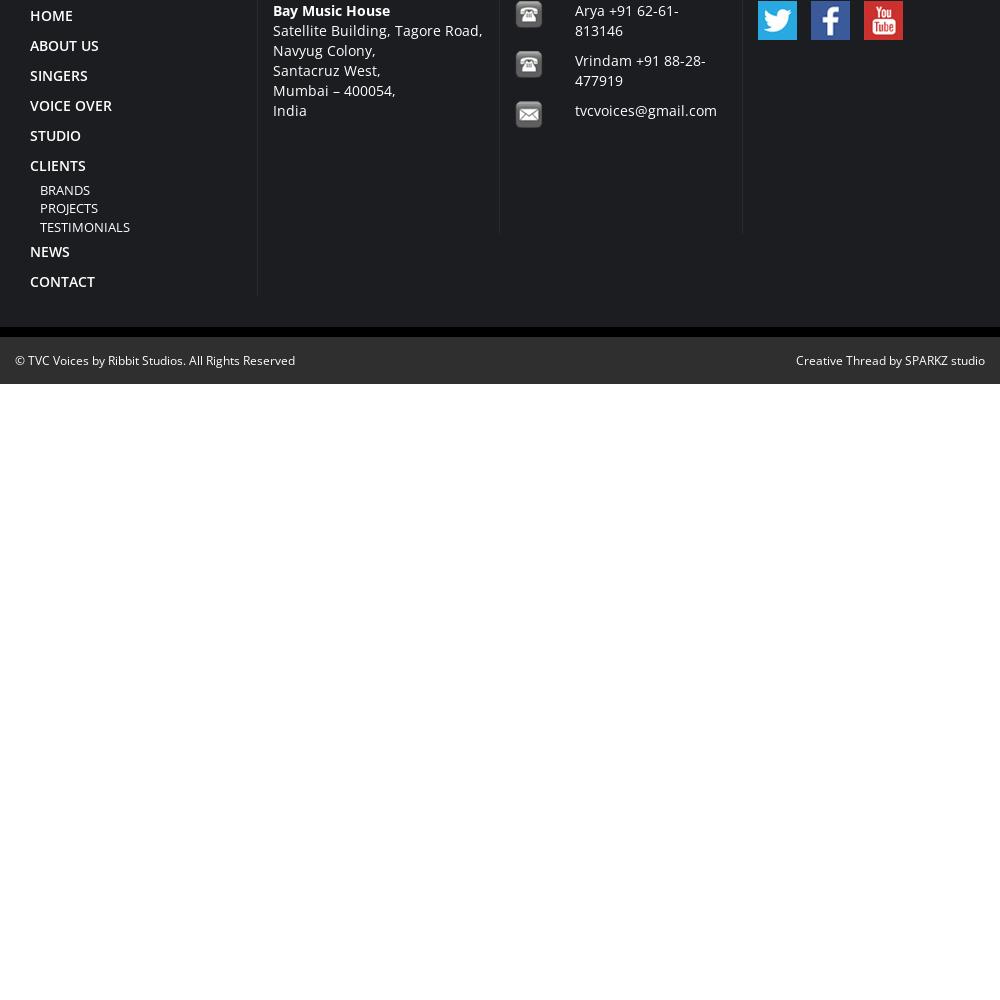 The width and height of the screenshot is (1000, 1000). Describe the element at coordinates (640, 68) in the screenshot. I see `'Vrindam +91 88-28-477919'` at that location.